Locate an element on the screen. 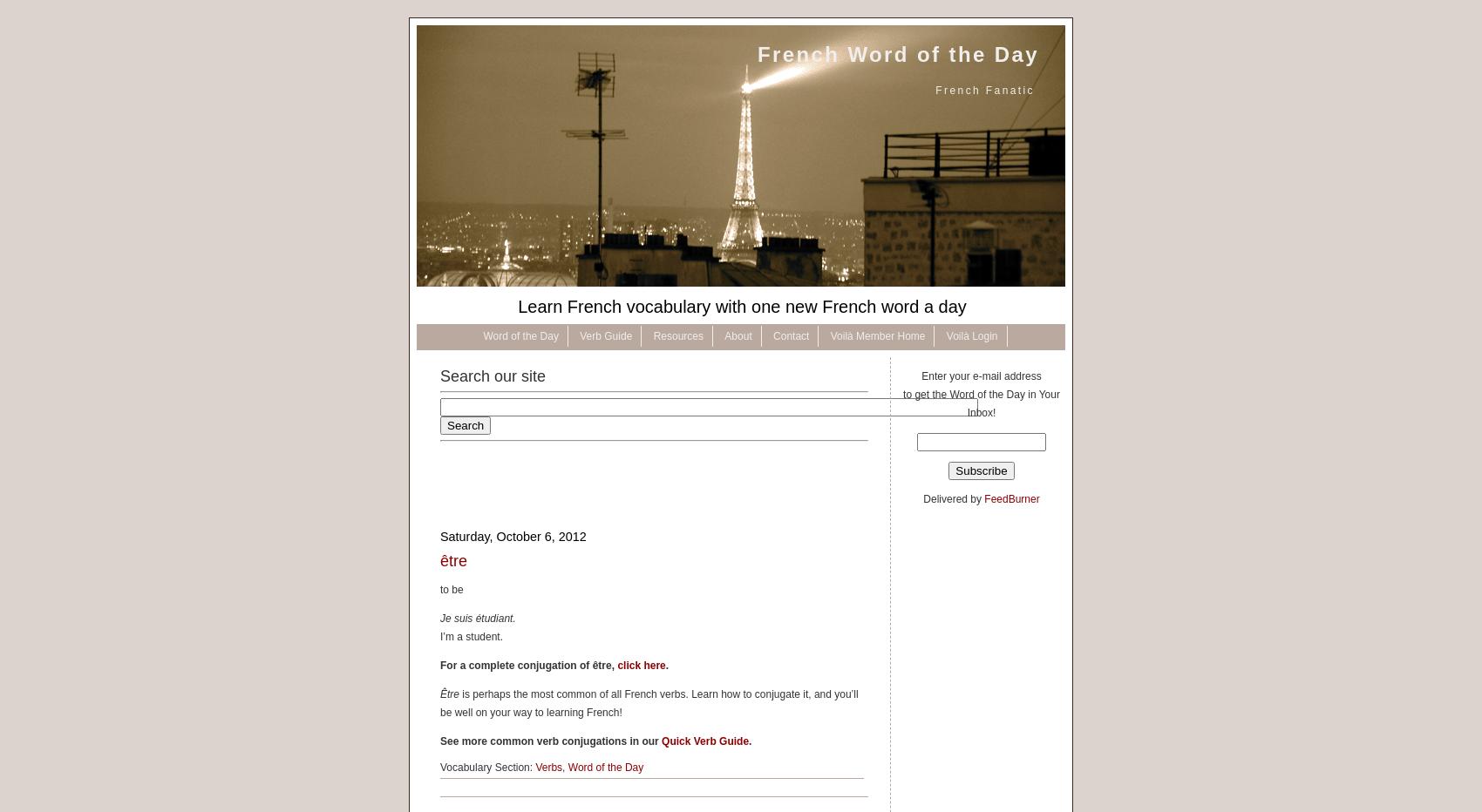 The image size is (1482, 812). 'Resources' is located at coordinates (652, 335).